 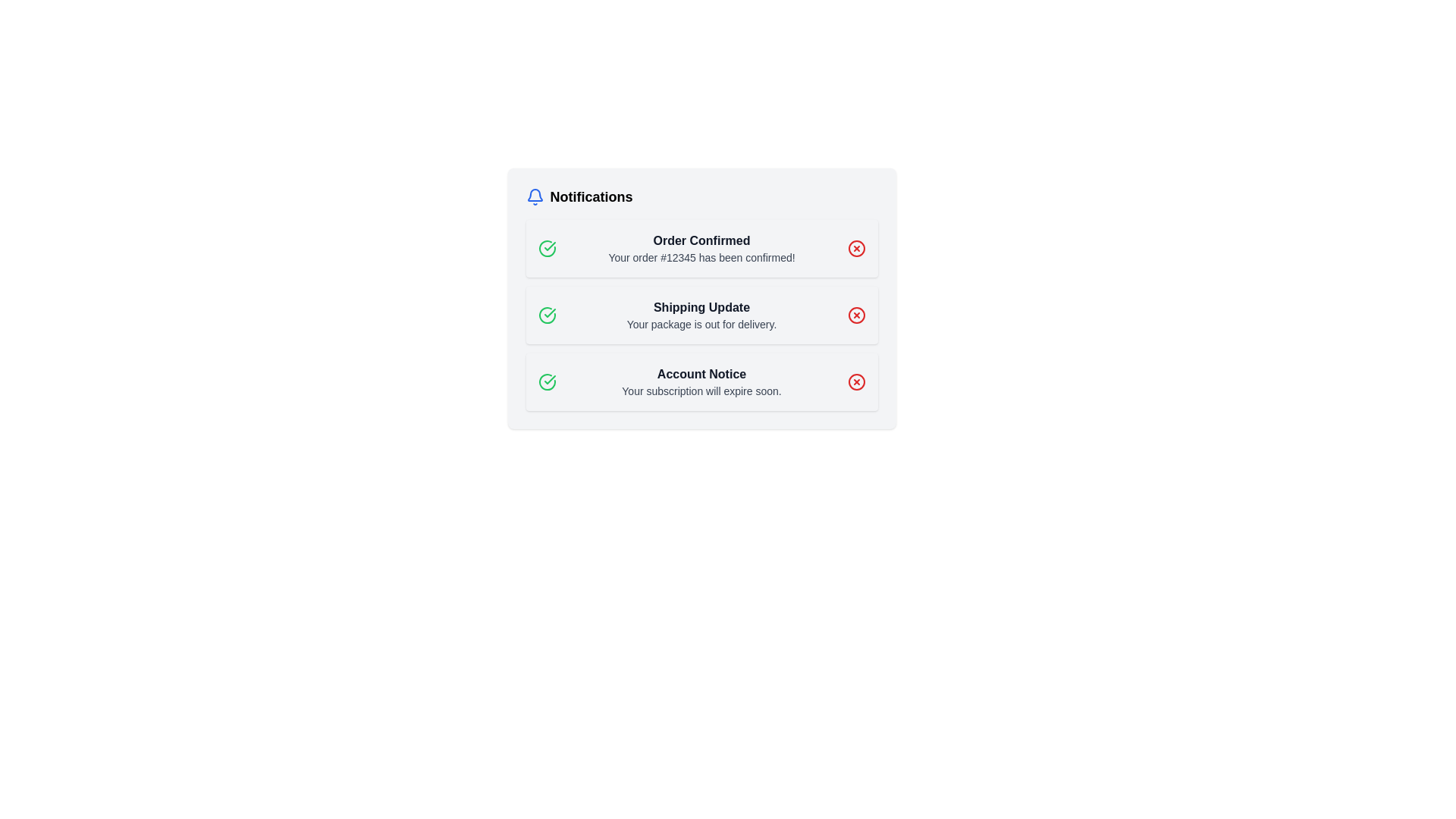 I want to click on the green circled check icon indicating success, which is located in the second row of the notification list, adjacent to 'Shipping Update', so click(x=546, y=315).